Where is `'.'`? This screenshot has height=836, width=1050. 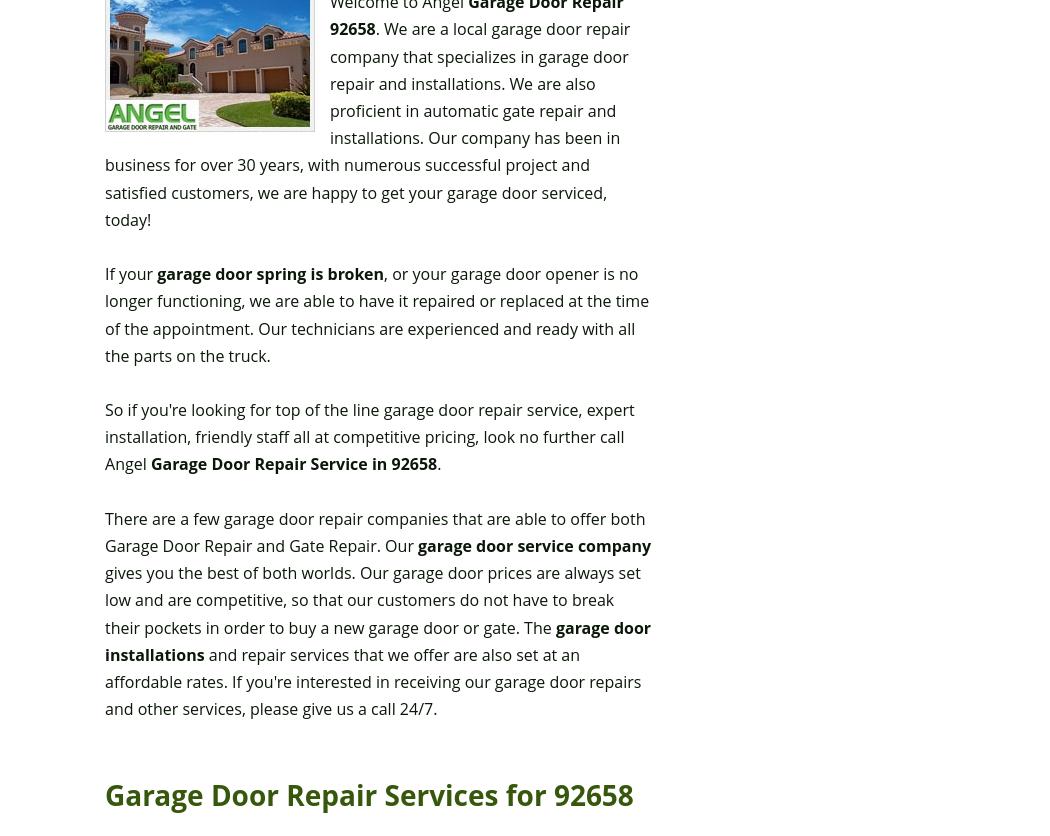
'.' is located at coordinates (438, 463).